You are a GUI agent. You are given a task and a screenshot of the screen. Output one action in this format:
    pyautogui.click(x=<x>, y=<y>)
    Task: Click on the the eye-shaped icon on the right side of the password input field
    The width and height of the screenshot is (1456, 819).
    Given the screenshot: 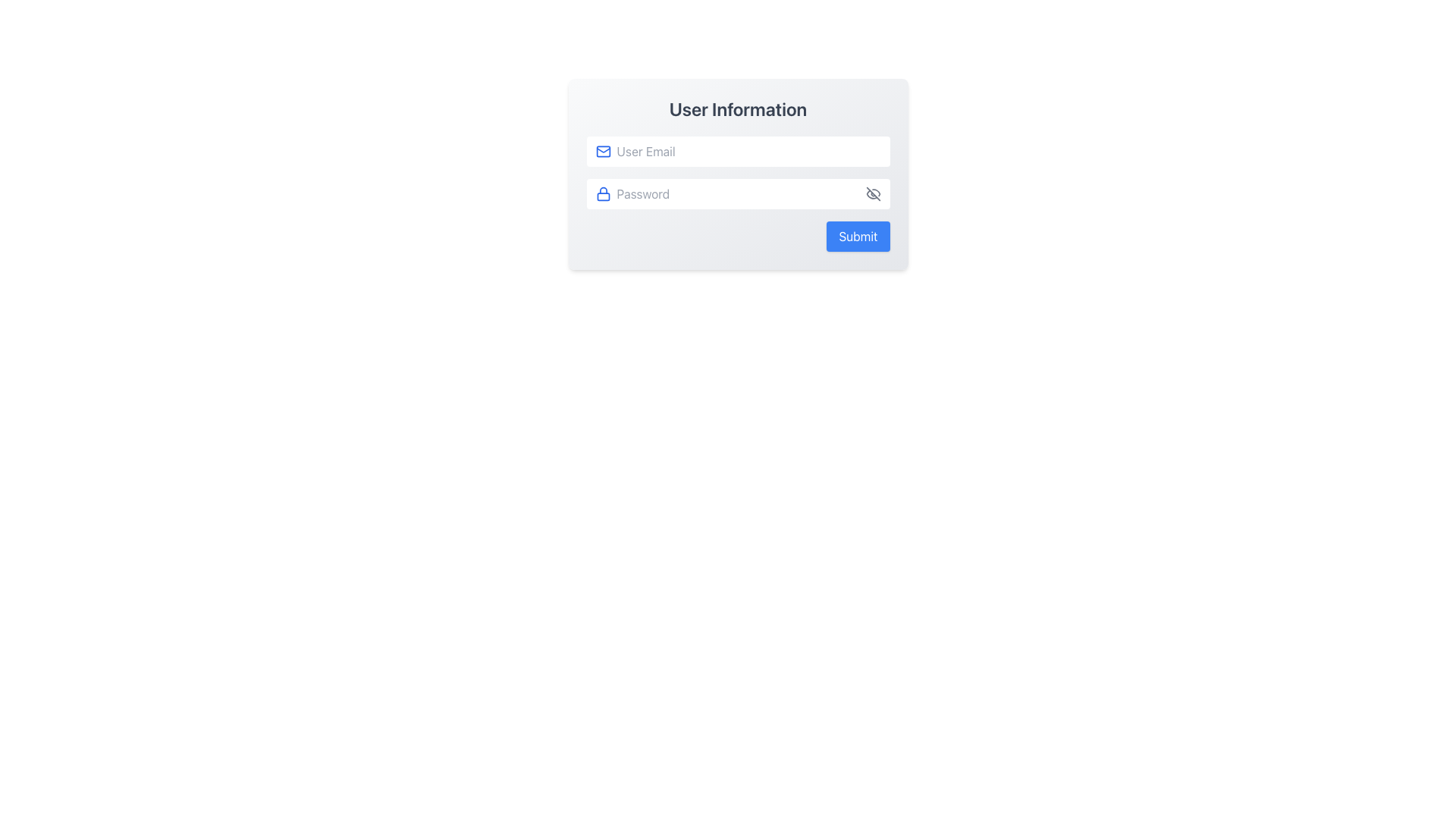 What is the action you would take?
    pyautogui.click(x=873, y=193)
    